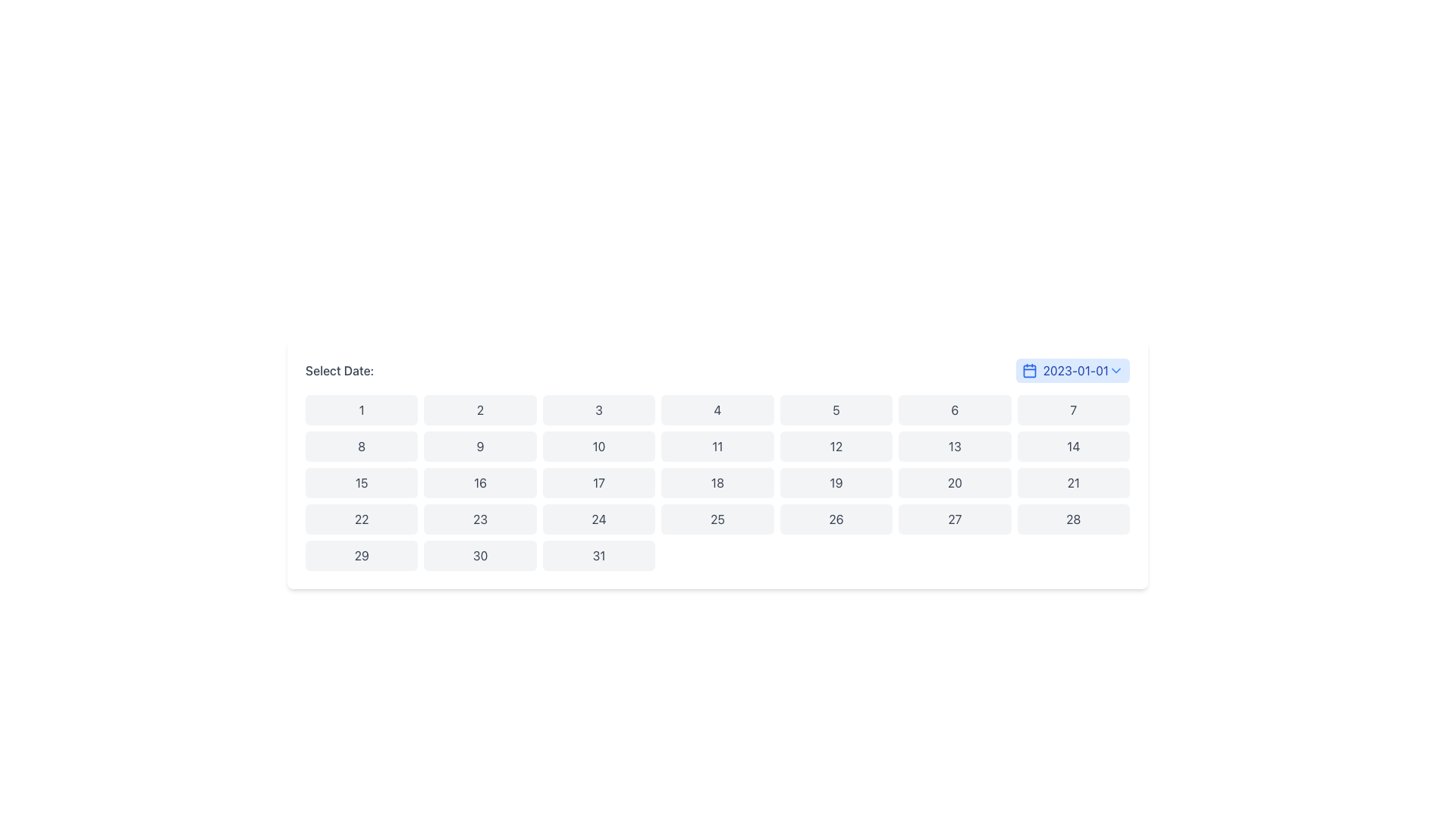  What do you see at coordinates (717, 482) in the screenshot?
I see `the button representing the 18th day in the calendar interface to enable keyboard navigation` at bounding box center [717, 482].